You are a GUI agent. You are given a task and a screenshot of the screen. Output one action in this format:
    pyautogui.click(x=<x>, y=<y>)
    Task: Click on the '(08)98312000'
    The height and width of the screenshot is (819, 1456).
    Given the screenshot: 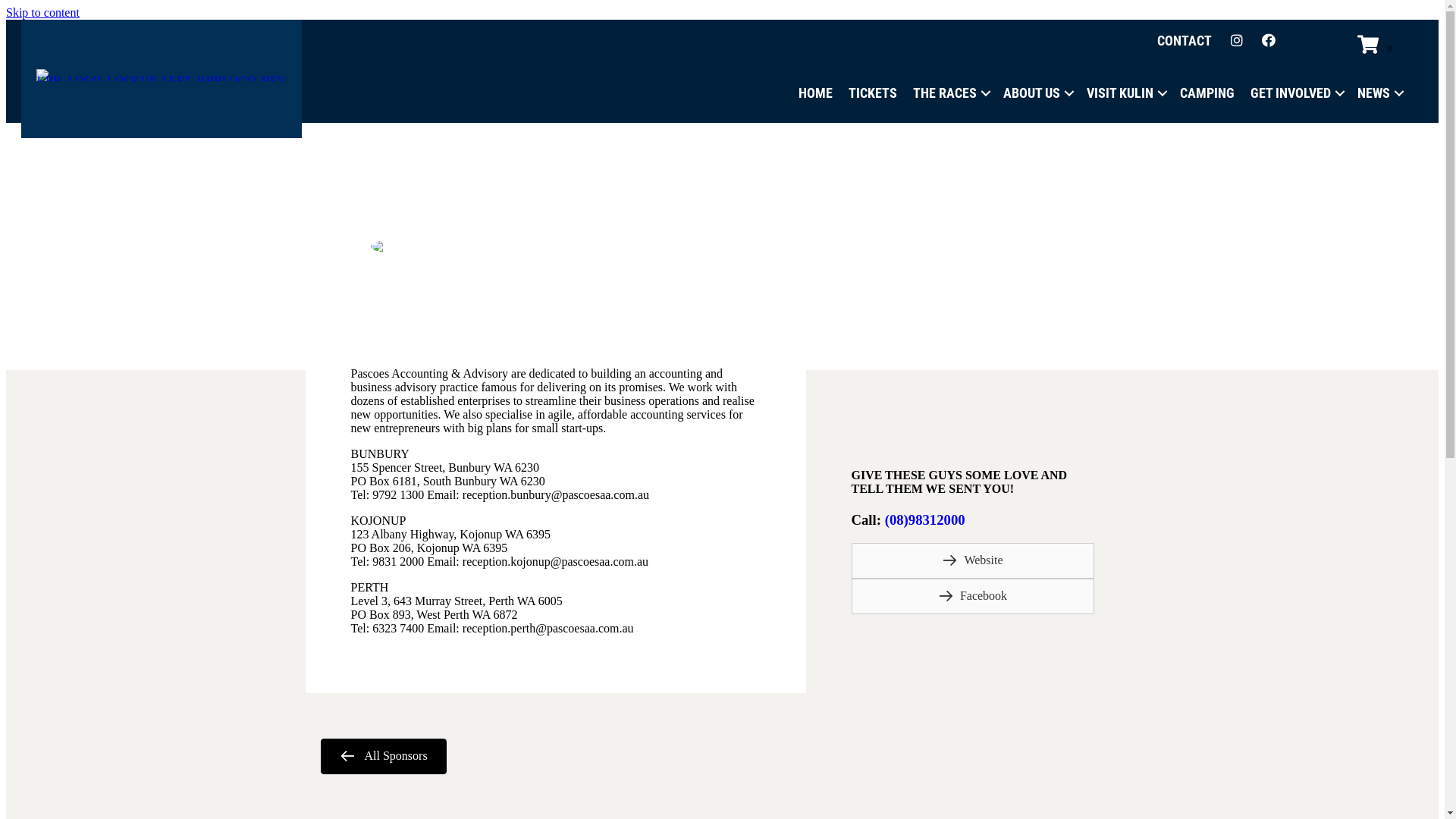 What is the action you would take?
    pyautogui.click(x=924, y=519)
    